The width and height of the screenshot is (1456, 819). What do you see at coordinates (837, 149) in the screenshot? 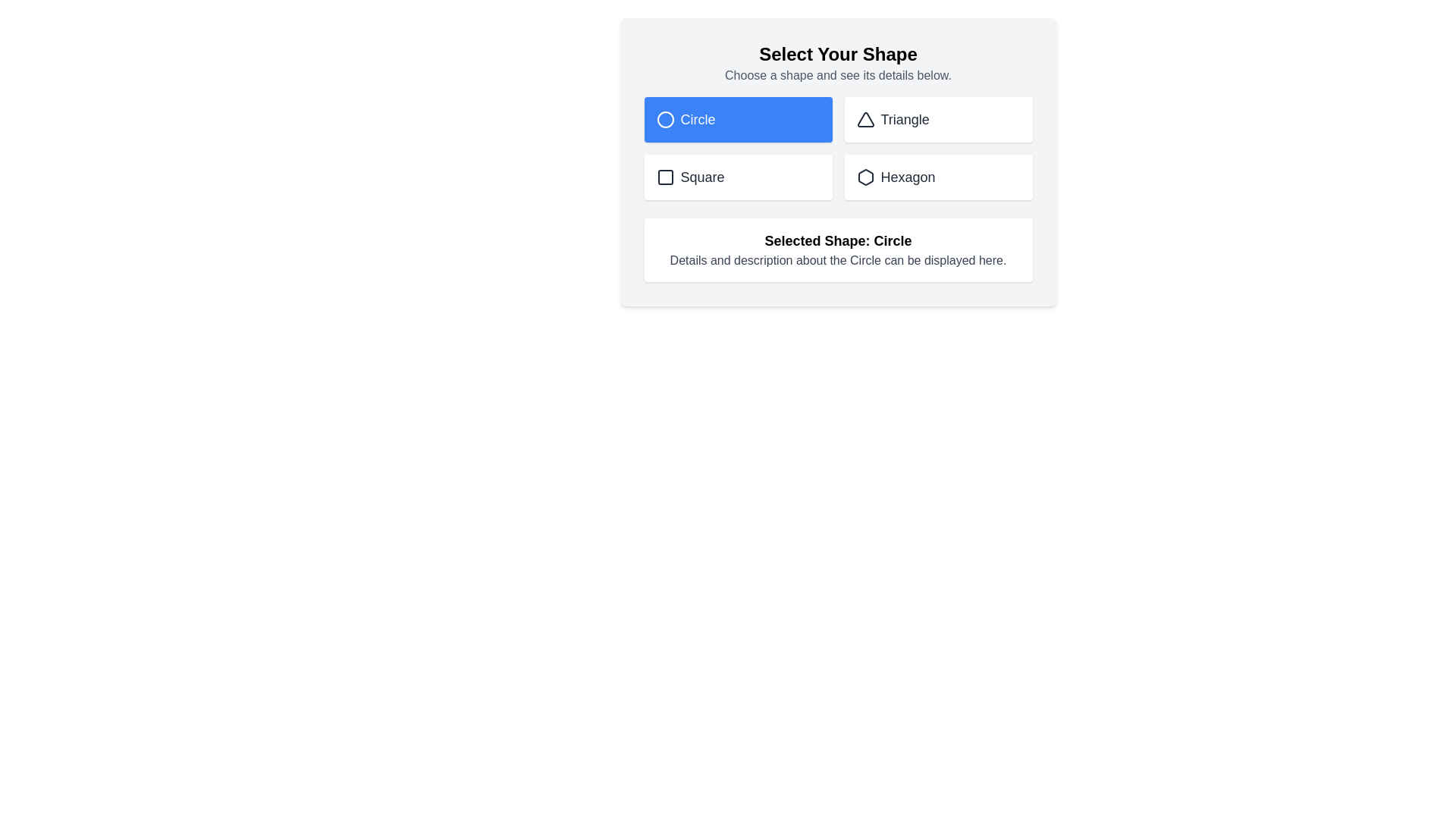
I see `the Circle button within the centrally positioned grid layout containing shape selection buttons` at bounding box center [837, 149].